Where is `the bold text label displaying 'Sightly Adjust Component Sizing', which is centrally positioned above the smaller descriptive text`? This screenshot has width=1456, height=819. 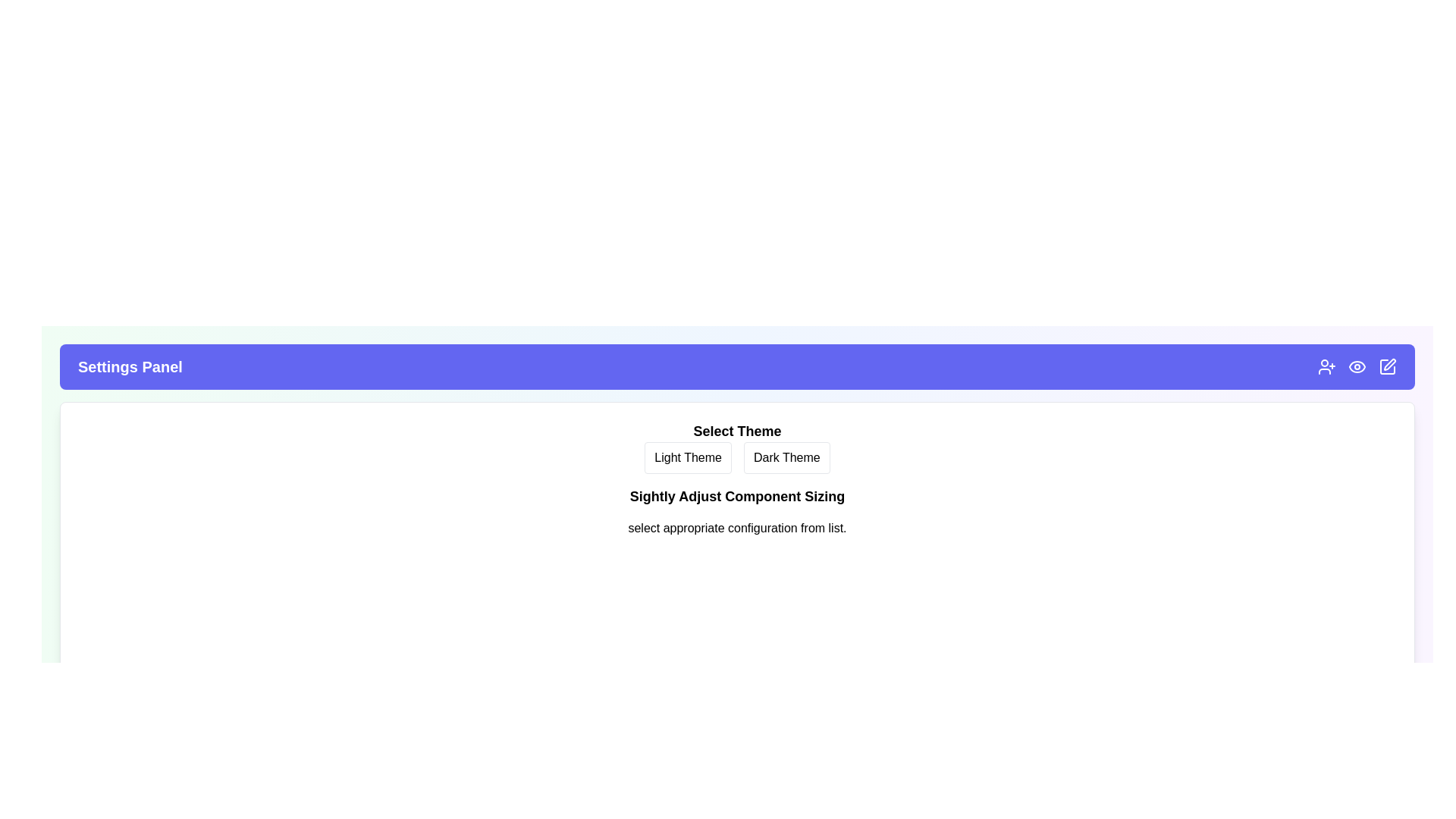
the bold text label displaying 'Sightly Adjust Component Sizing', which is centrally positioned above the smaller descriptive text is located at coordinates (737, 497).